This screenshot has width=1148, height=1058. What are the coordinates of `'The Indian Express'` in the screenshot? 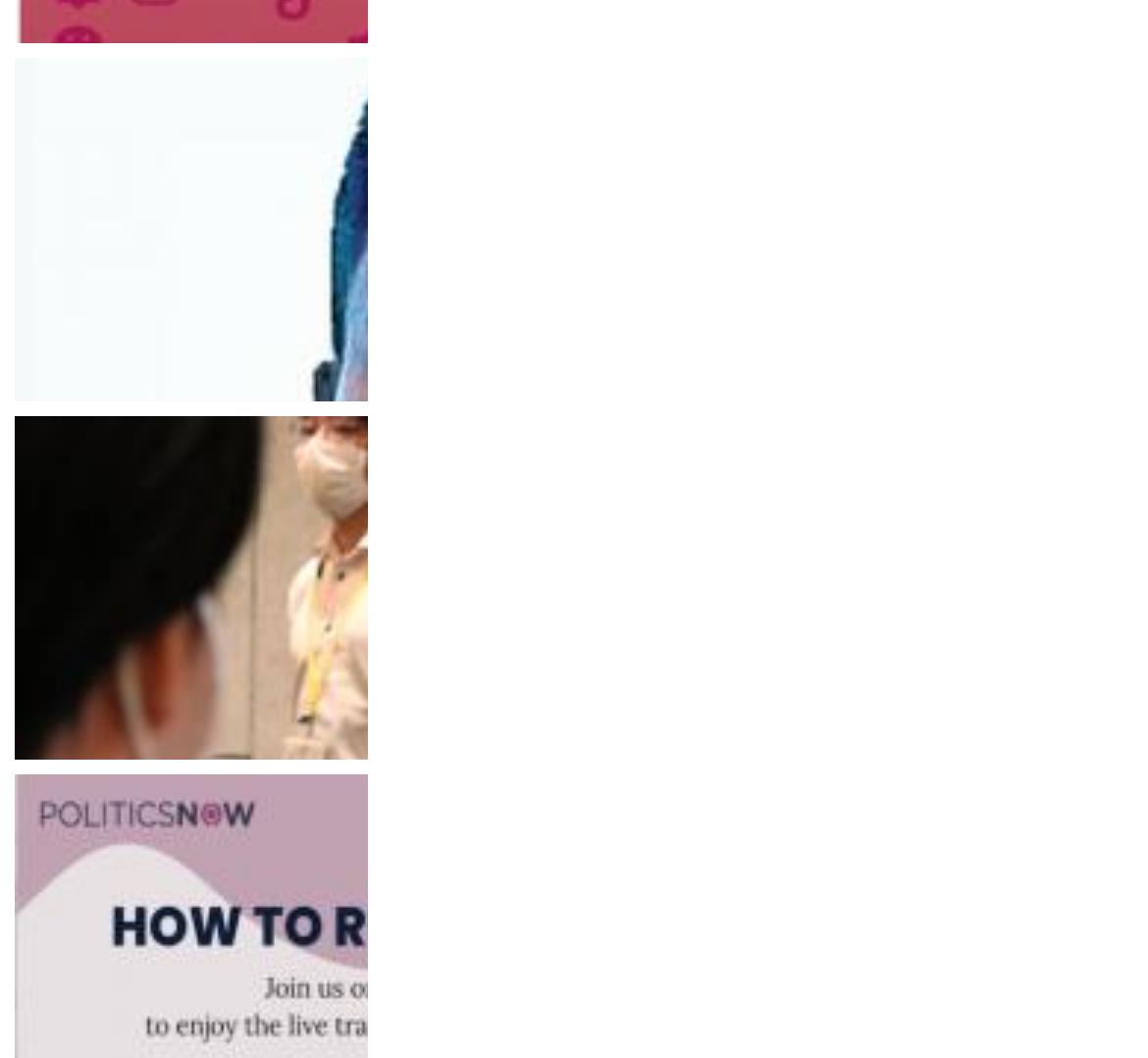 It's located at (84, 798).